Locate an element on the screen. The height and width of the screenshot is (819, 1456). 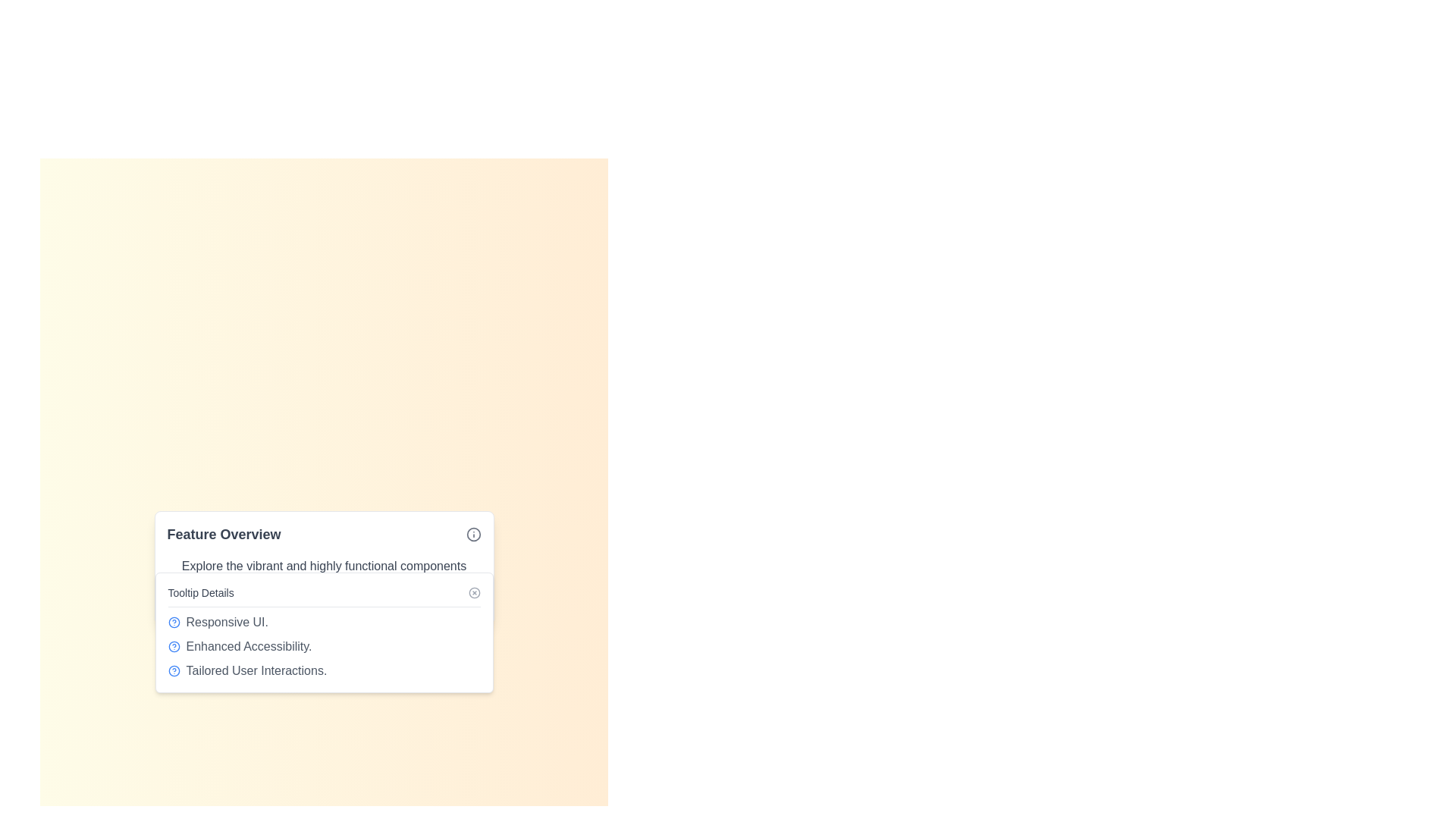
the small circular icon button with a cross ('X') symbol located at the top-right corner of the 'Tooltip Details' header is located at coordinates (473, 592).